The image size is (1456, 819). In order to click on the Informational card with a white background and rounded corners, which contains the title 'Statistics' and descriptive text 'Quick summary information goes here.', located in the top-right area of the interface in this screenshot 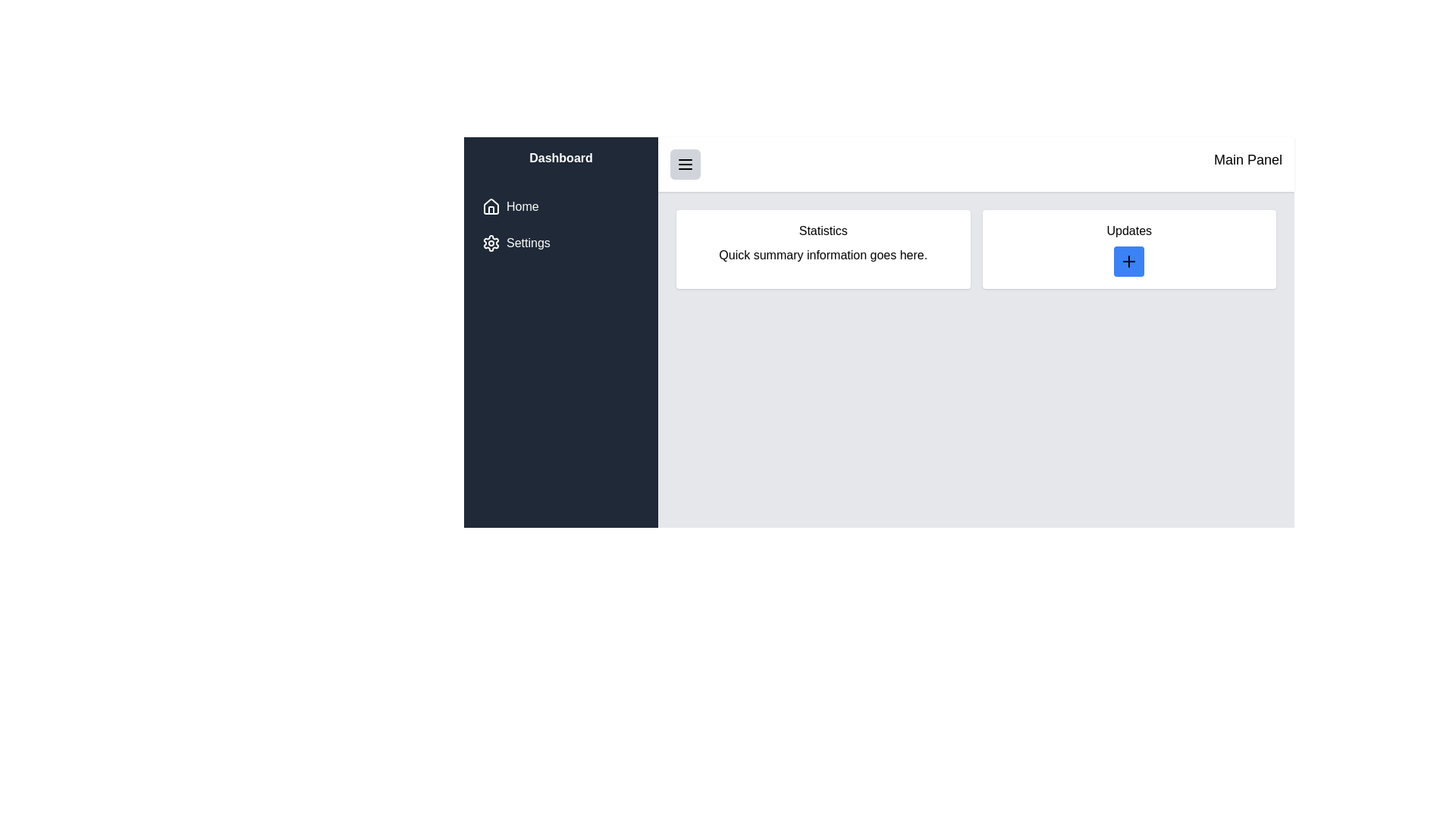, I will do `click(822, 248)`.